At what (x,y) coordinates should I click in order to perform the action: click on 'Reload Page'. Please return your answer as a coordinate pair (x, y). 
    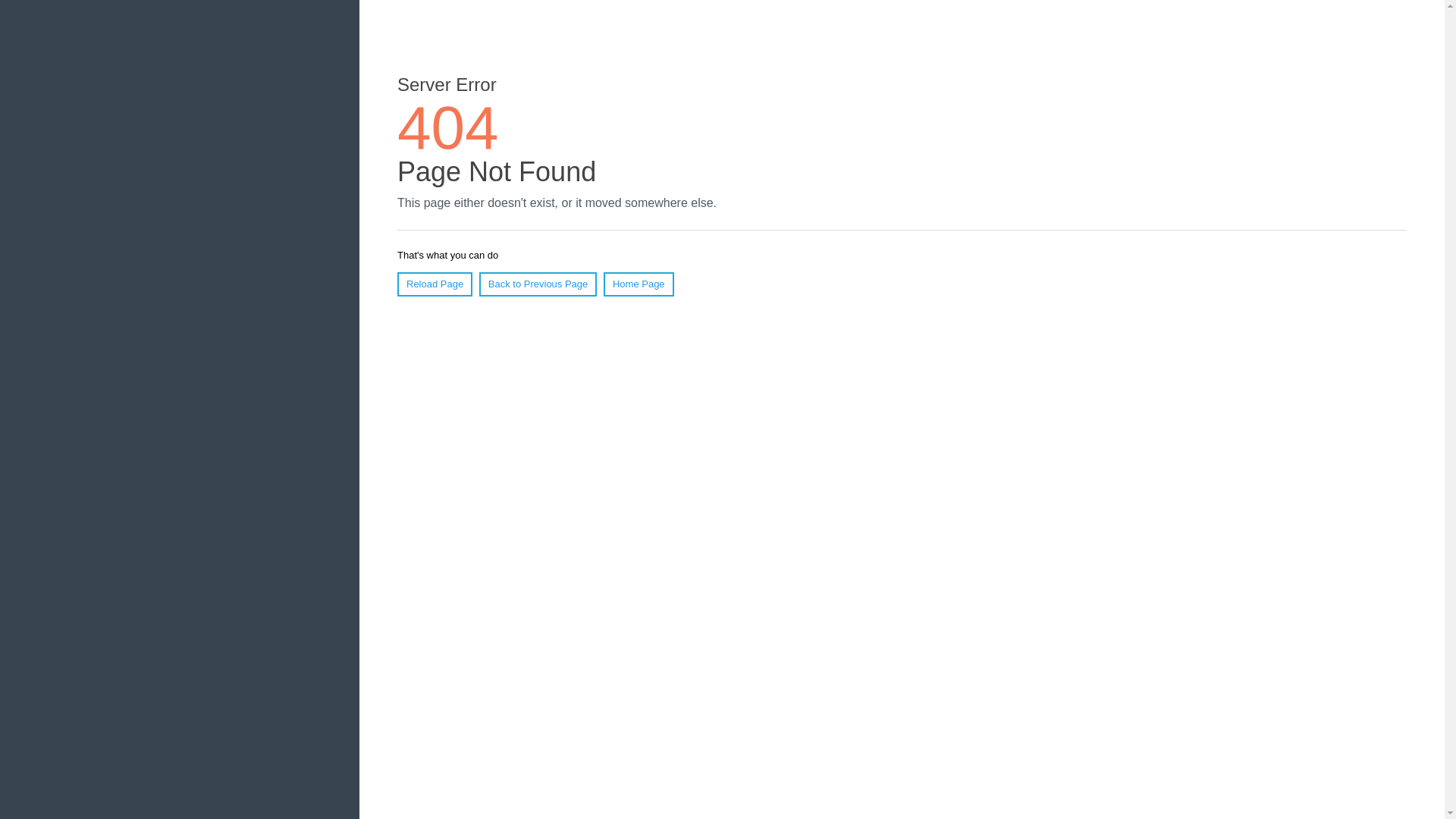
    Looking at the image, I should click on (397, 284).